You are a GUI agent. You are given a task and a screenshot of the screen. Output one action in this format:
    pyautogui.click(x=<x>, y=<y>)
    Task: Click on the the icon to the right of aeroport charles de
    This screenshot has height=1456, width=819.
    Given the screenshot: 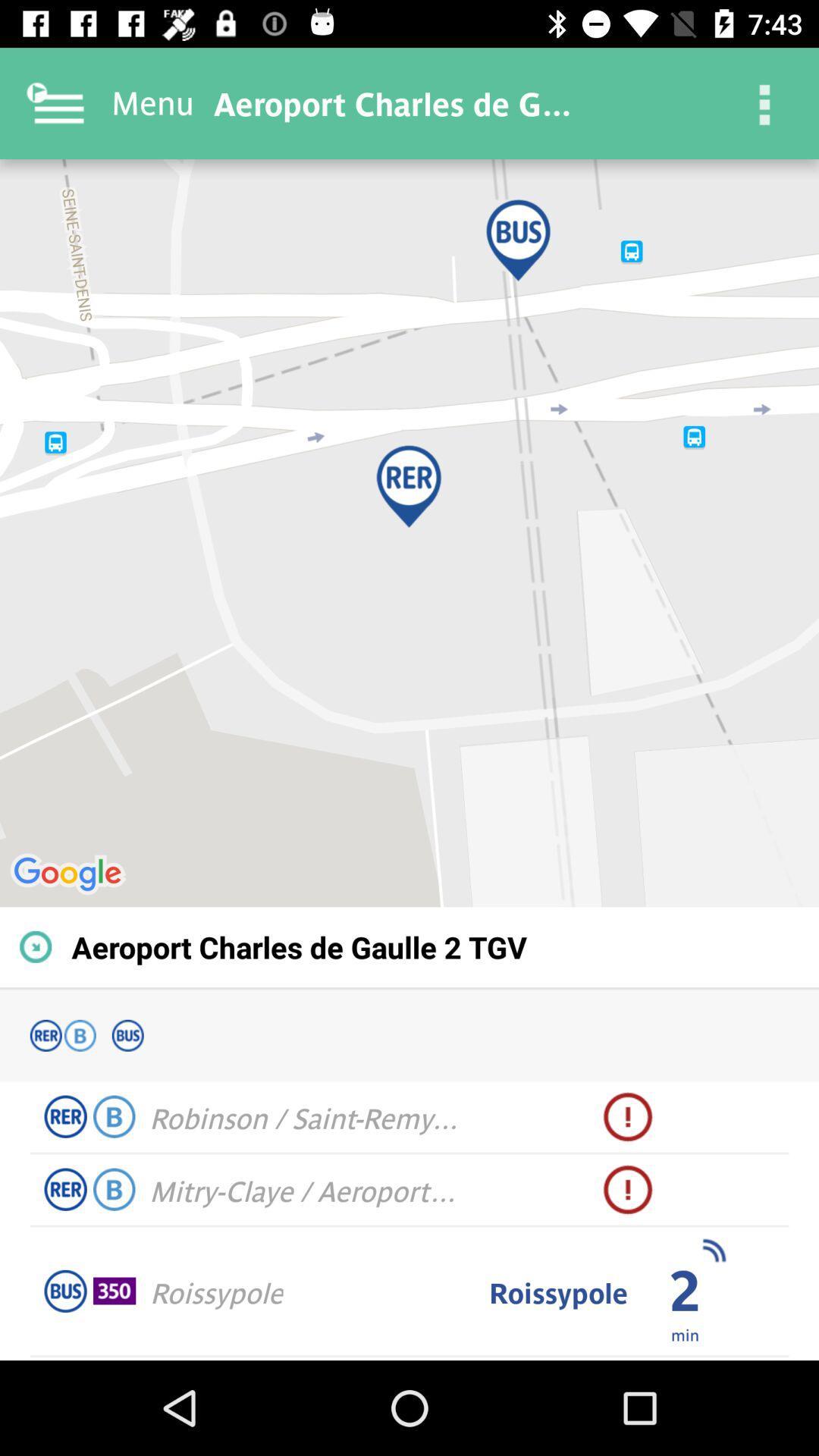 What is the action you would take?
    pyautogui.click(x=763, y=102)
    